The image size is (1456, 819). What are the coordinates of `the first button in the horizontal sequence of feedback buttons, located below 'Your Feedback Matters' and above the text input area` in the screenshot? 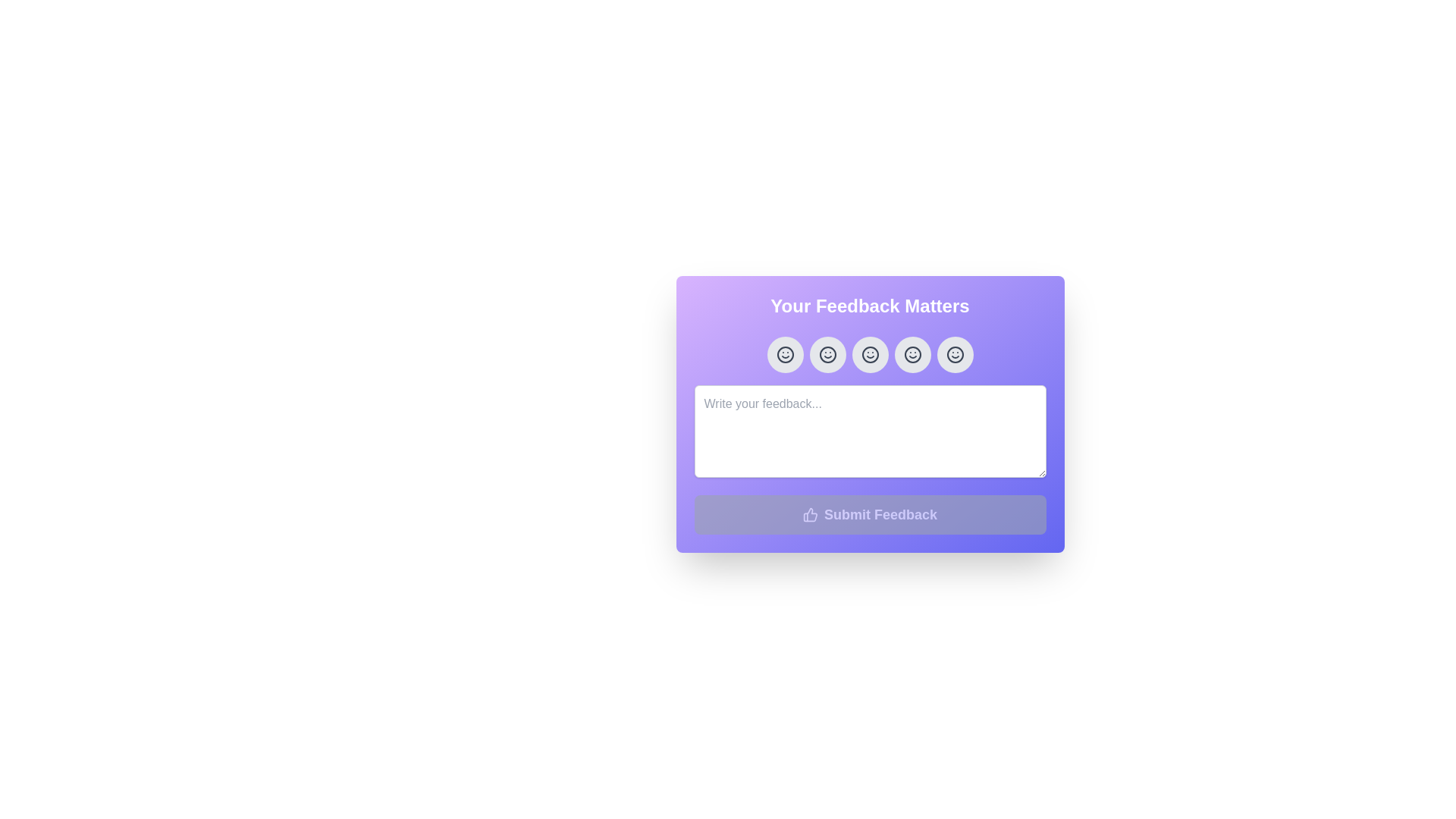 It's located at (785, 354).